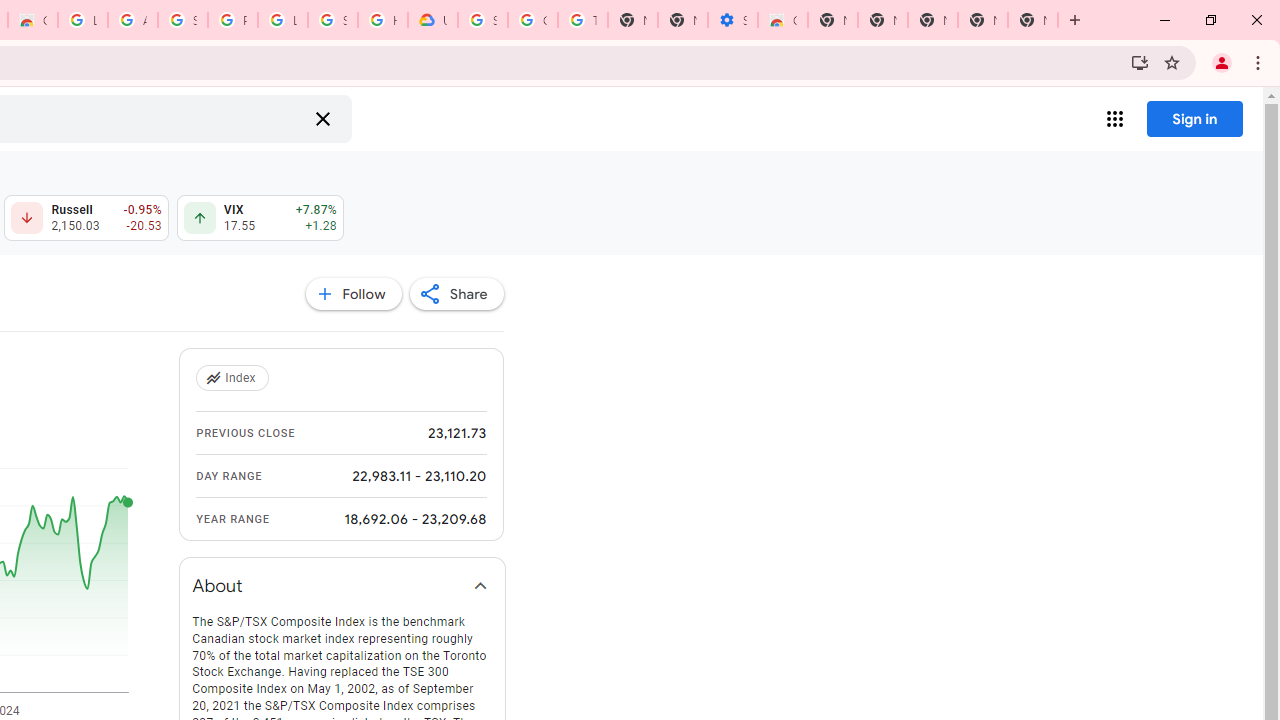 The height and width of the screenshot is (720, 1280). What do you see at coordinates (533, 20) in the screenshot?
I see `'Google Account Help'` at bounding box center [533, 20].